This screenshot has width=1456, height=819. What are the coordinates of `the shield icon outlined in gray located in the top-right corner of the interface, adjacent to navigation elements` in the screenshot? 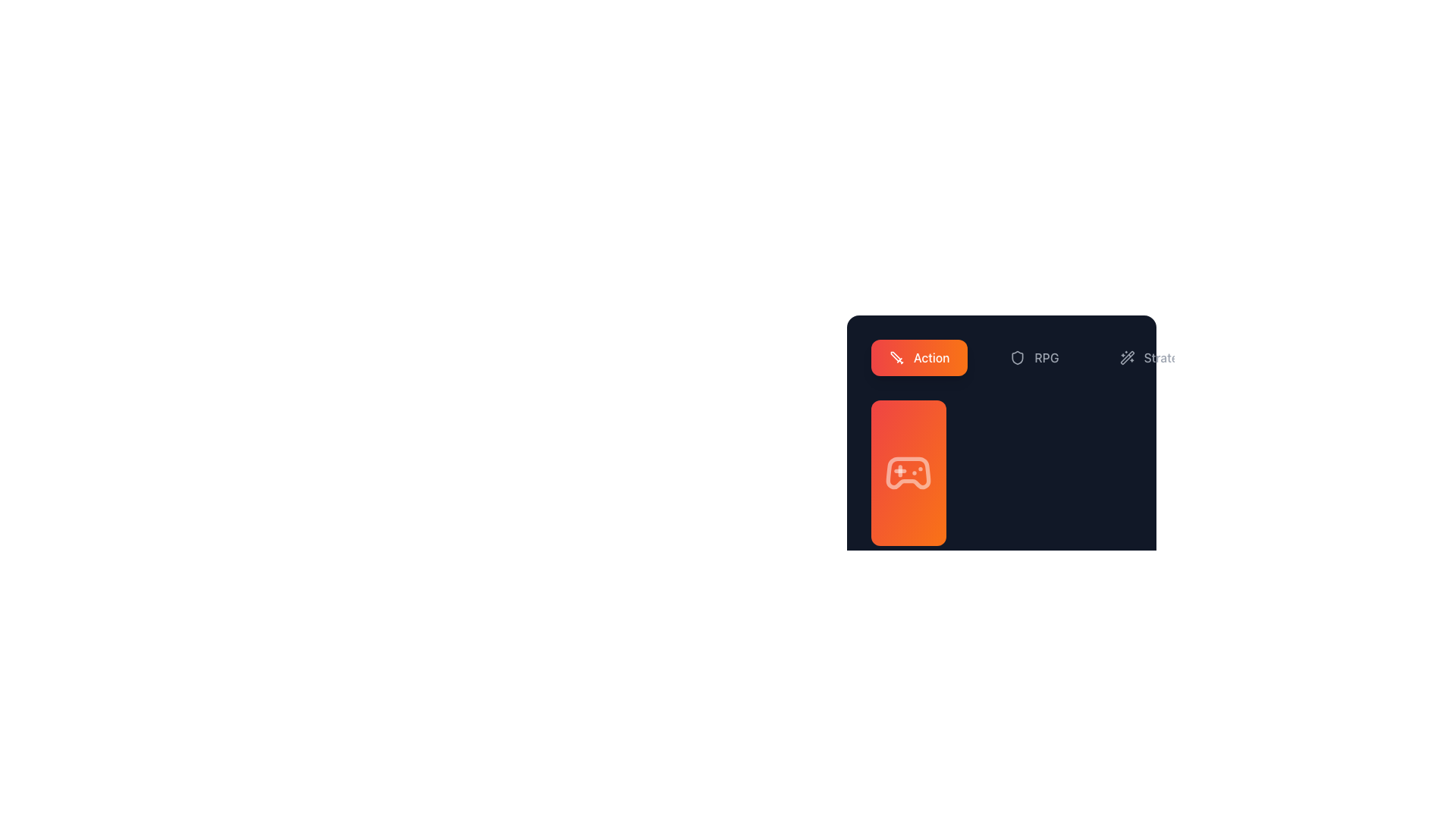 It's located at (1018, 357).